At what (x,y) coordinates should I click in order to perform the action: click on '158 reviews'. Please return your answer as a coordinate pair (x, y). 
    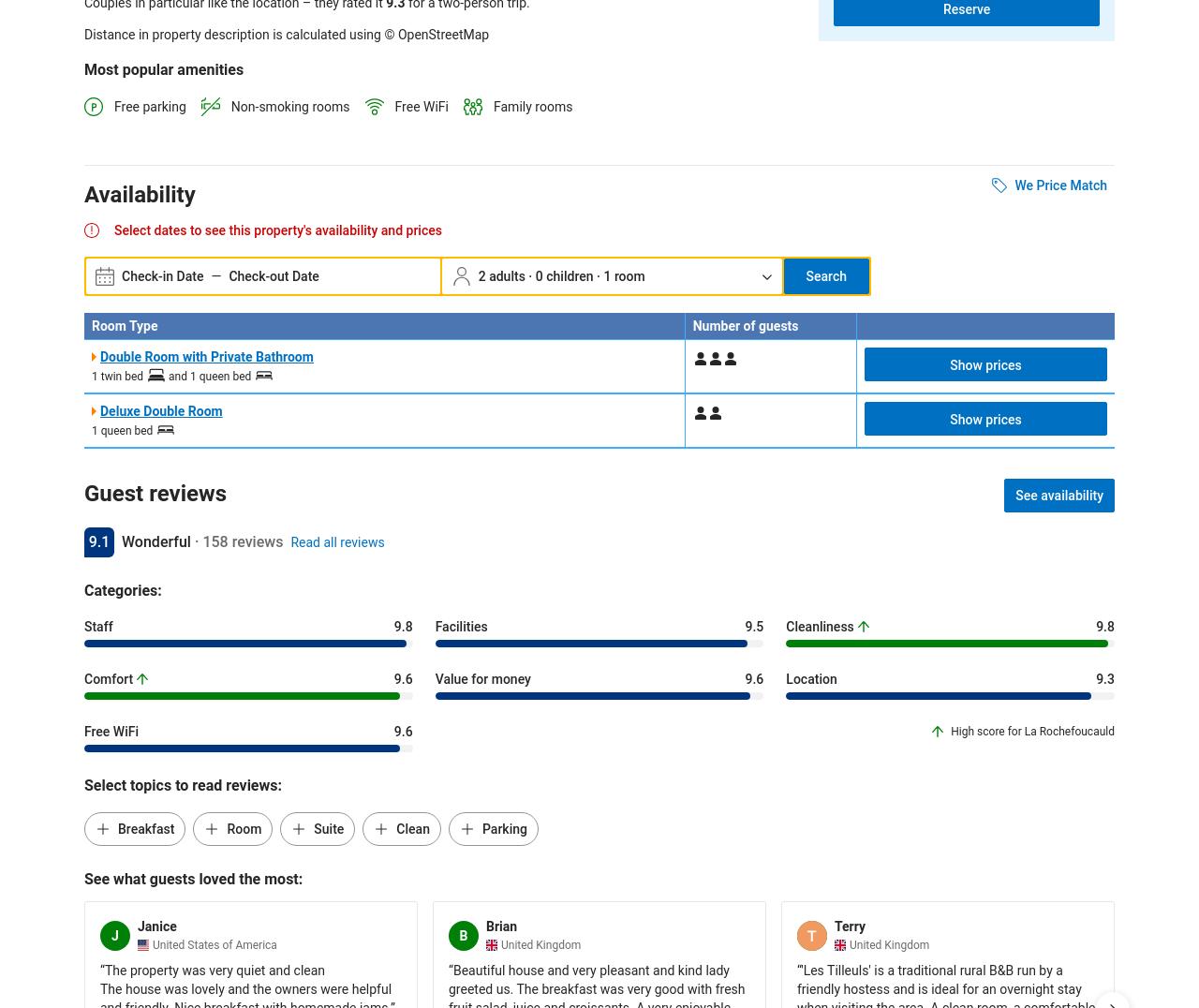
    Looking at the image, I should click on (241, 541).